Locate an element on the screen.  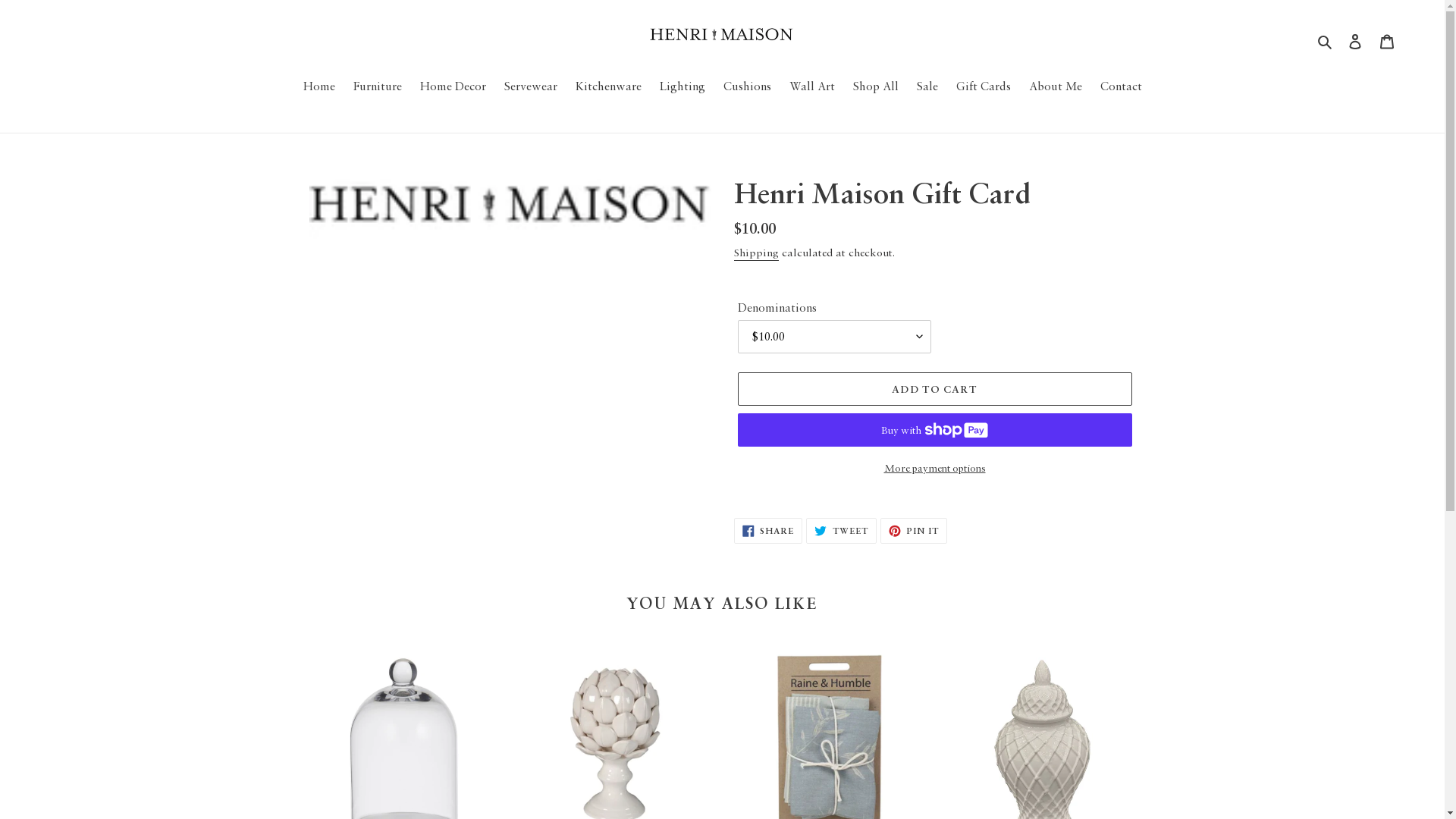
'Home' is located at coordinates (295, 86).